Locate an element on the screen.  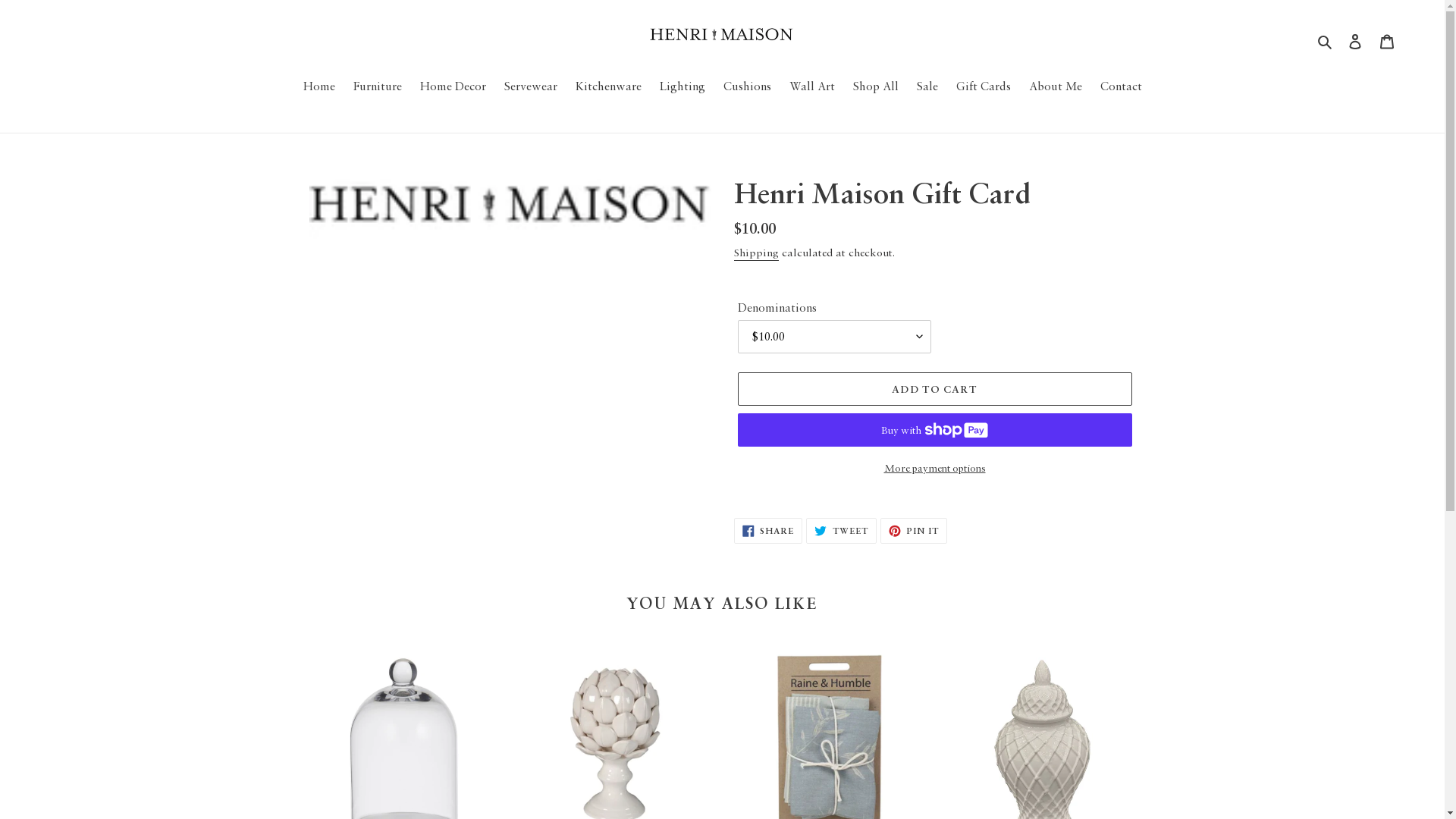
'Home' is located at coordinates (295, 86).